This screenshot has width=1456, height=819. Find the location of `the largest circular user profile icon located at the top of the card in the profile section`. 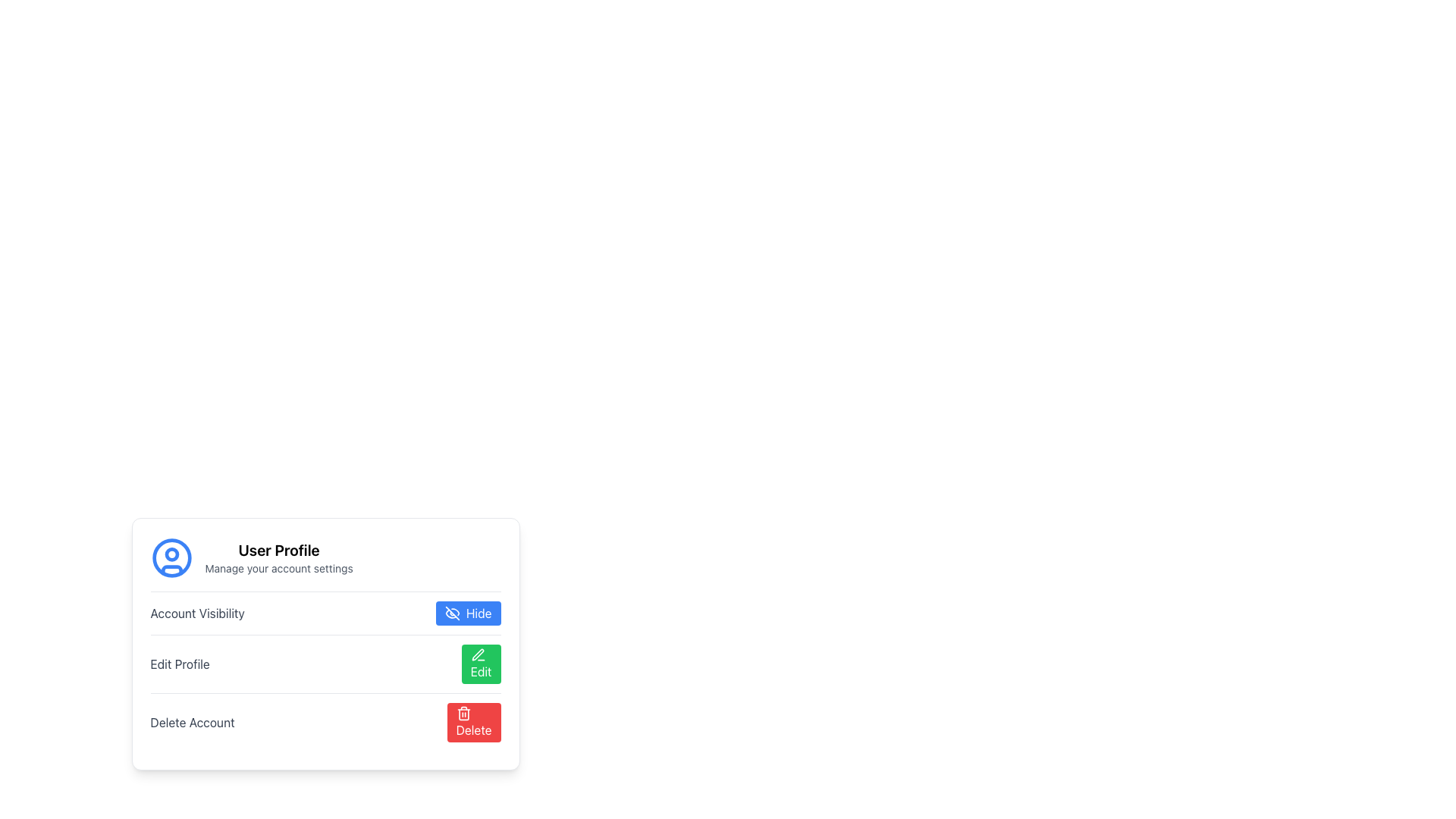

the largest circular user profile icon located at the top of the card in the profile section is located at coordinates (171, 558).